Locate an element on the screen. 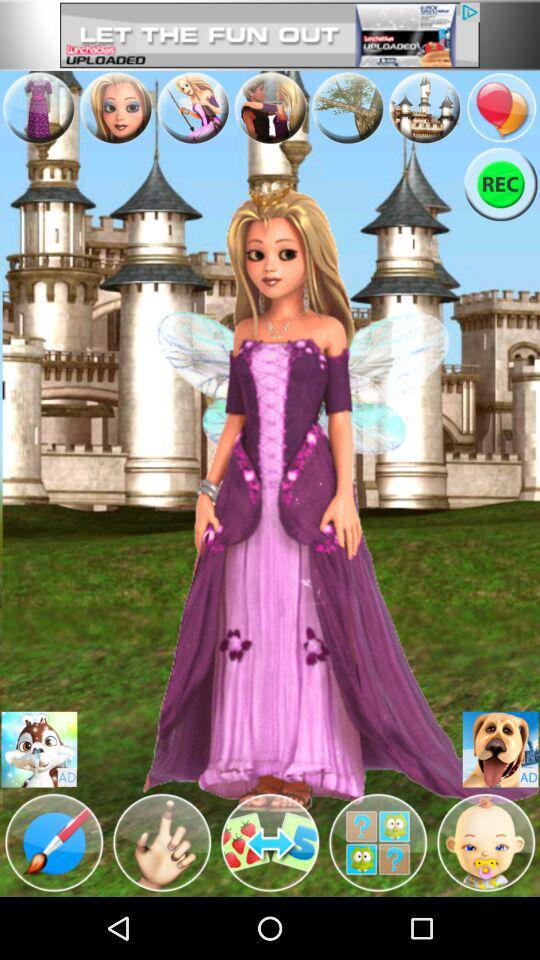 This screenshot has width=540, height=960. advertisement is located at coordinates (346, 108).